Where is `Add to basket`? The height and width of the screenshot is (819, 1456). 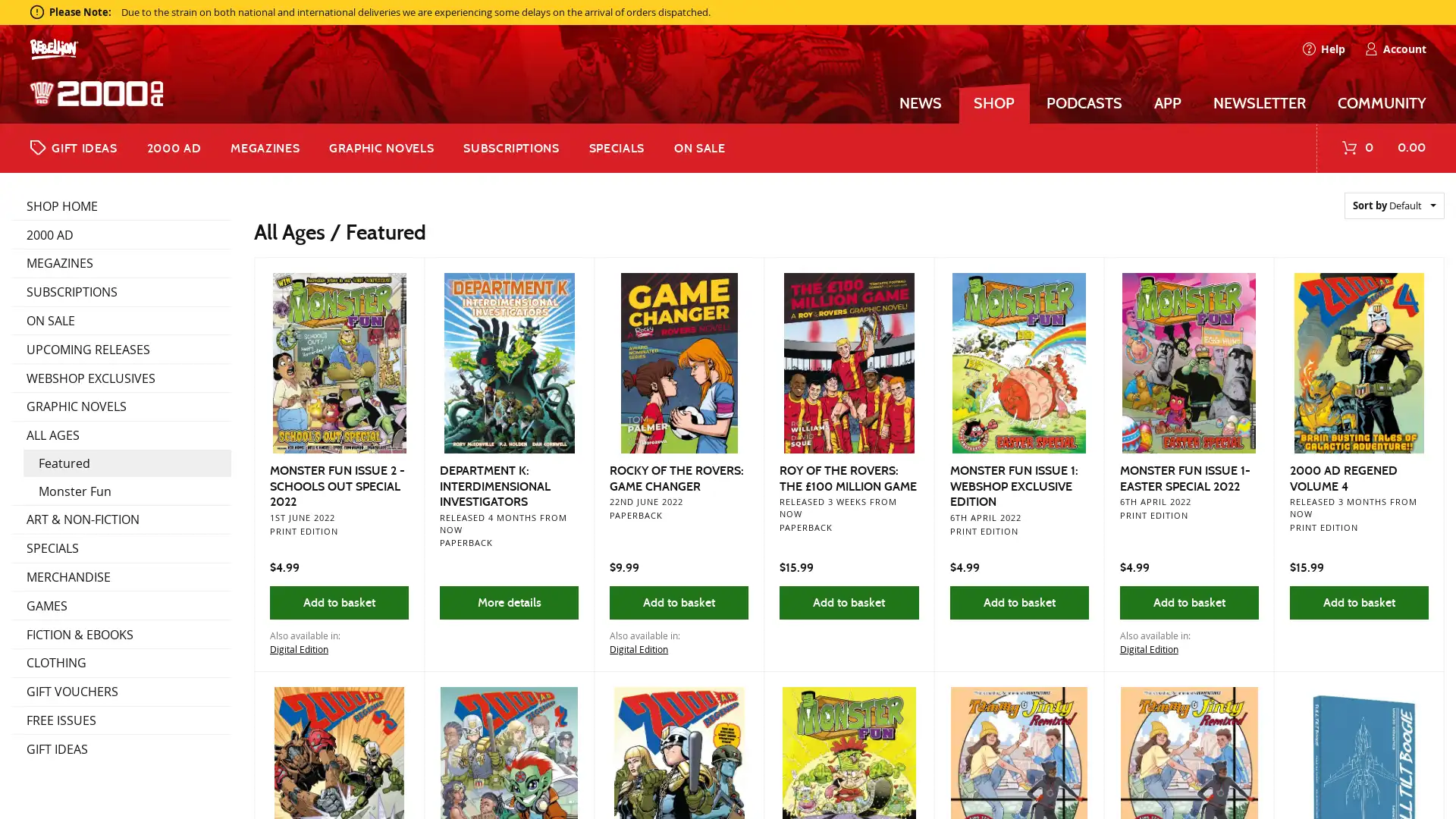 Add to basket is located at coordinates (678, 601).